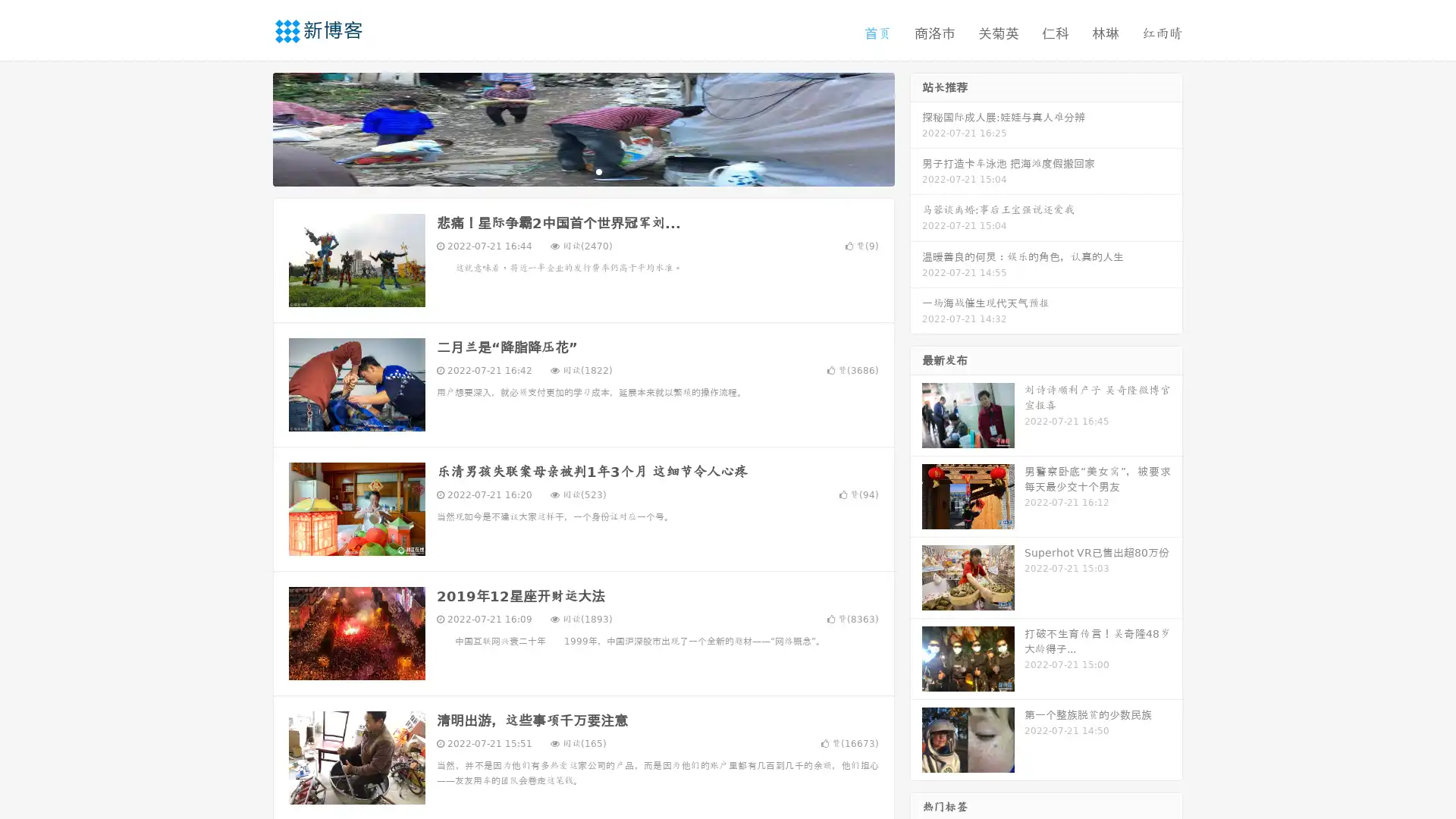  What do you see at coordinates (916, 127) in the screenshot?
I see `Next slide` at bounding box center [916, 127].